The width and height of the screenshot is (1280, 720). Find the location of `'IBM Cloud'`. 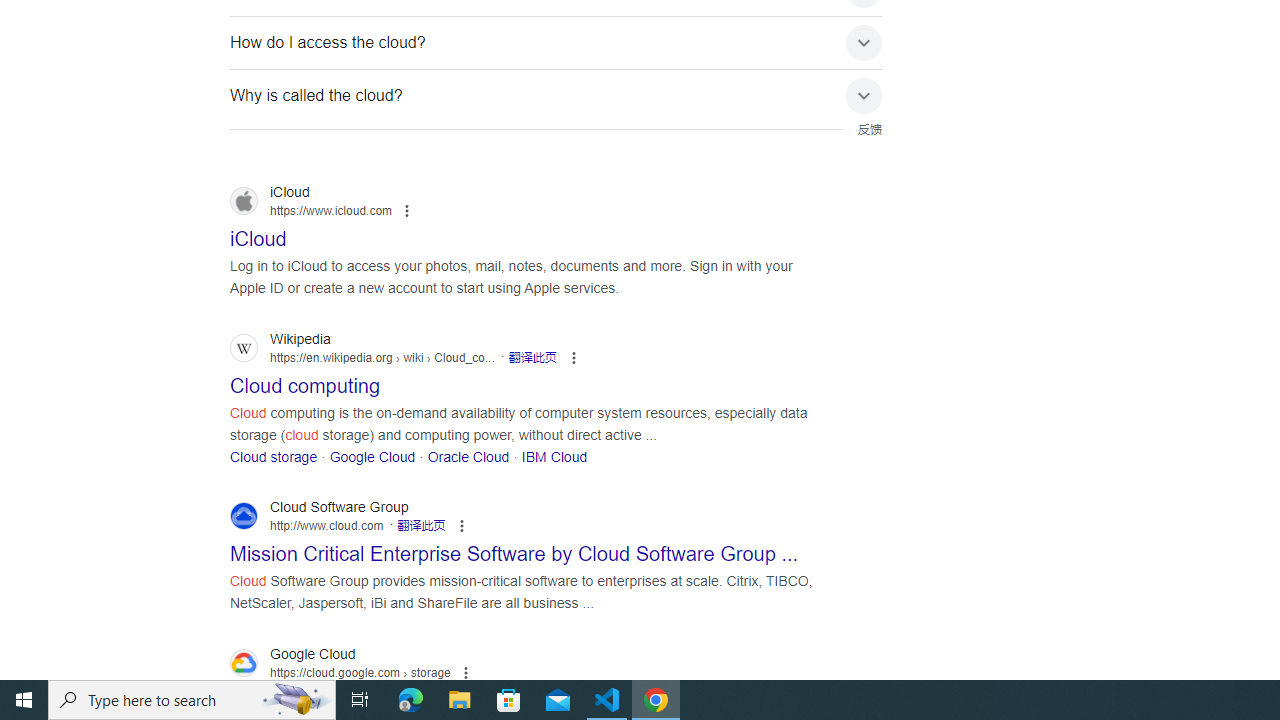

'IBM Cloud' is located at coordinates (554, 456).